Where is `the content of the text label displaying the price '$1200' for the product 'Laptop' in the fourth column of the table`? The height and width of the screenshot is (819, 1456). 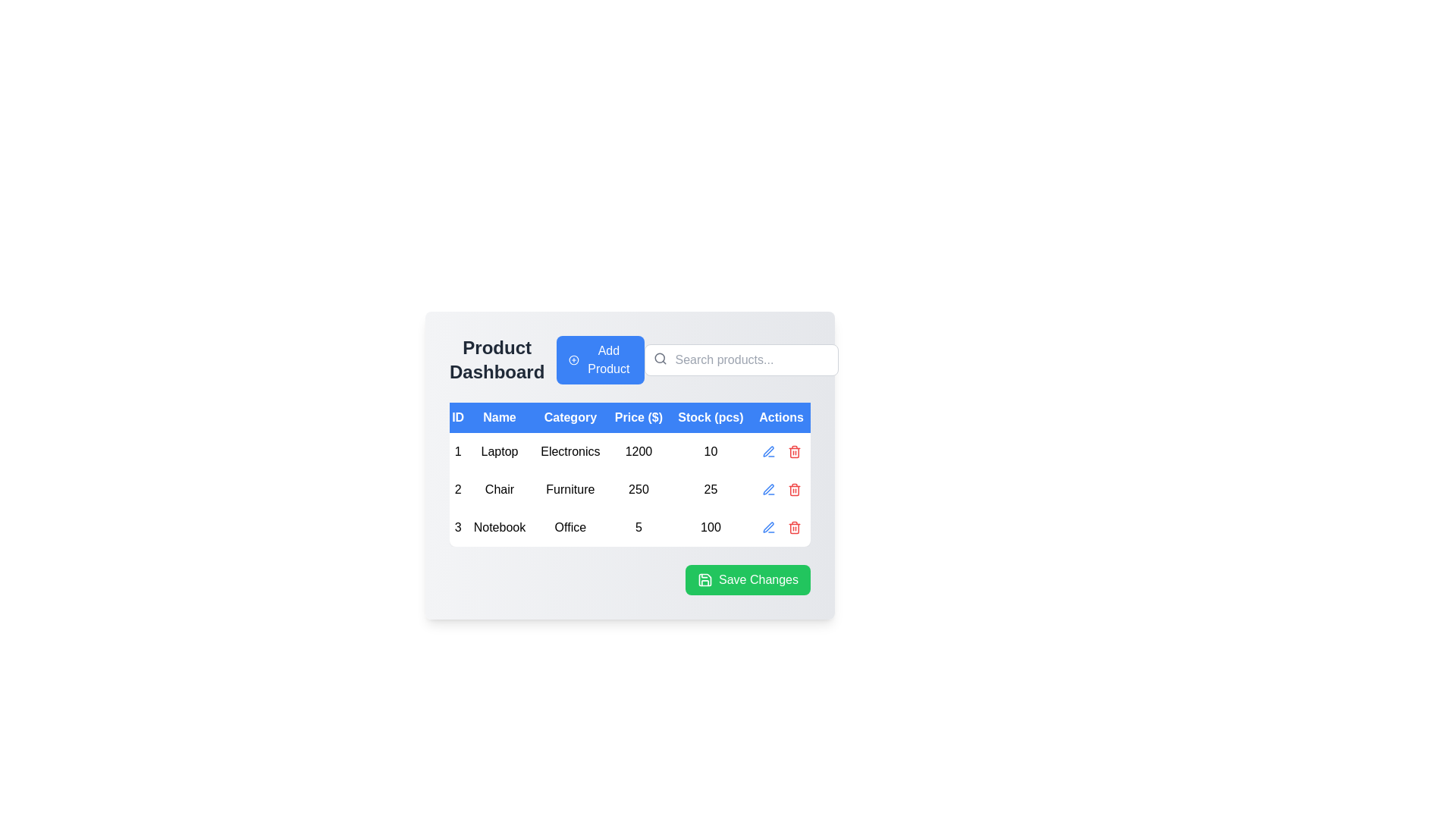 the content of the text label displaying the price '$1200' for the product 'Laptop' in the fourth column of the table is located at coordinates (639, 451).